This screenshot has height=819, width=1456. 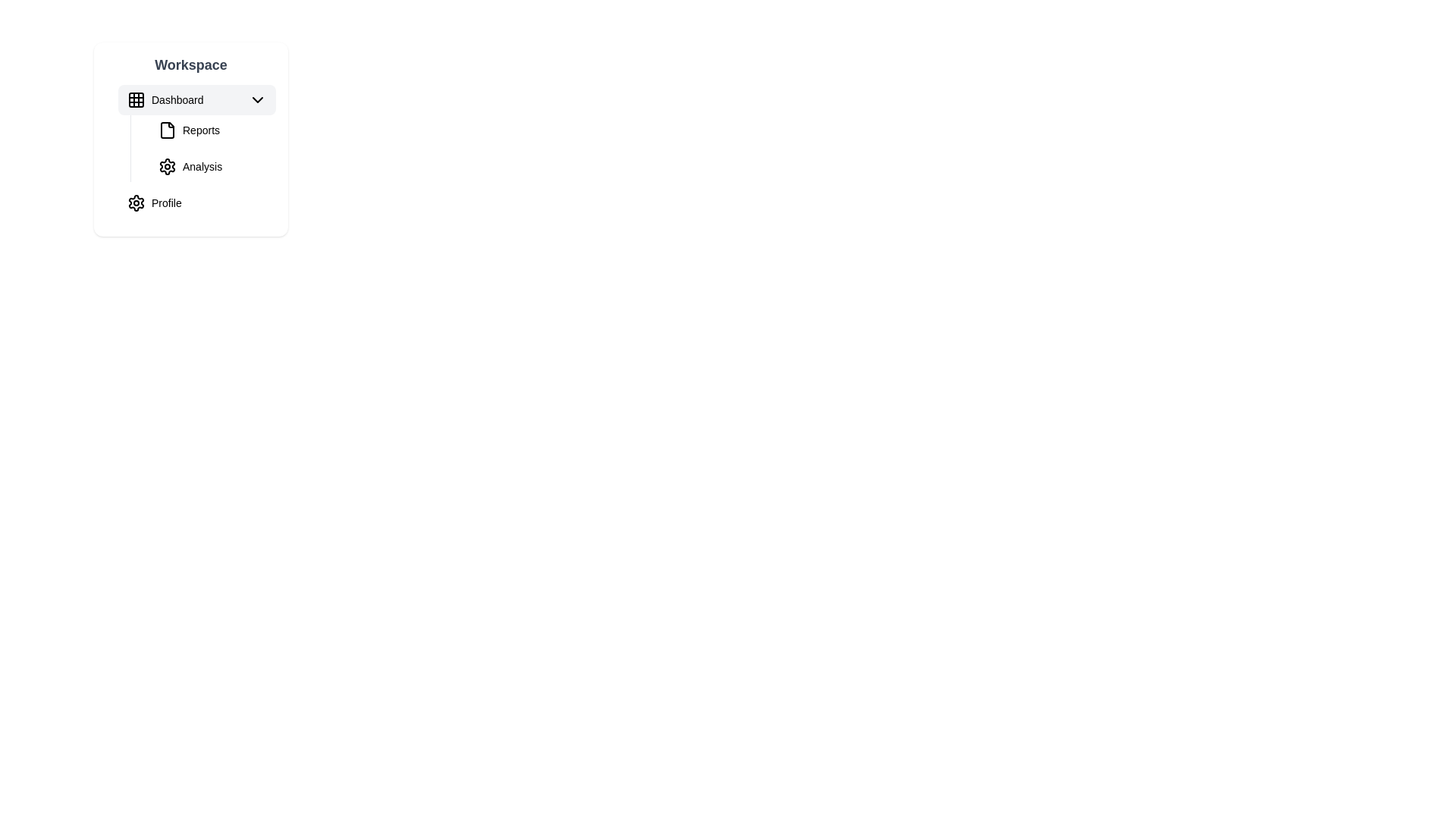 I want to click on the non-interactive text label at the top-center of the card-like section, which describes the content beneath it, so click(x=190, y=64).